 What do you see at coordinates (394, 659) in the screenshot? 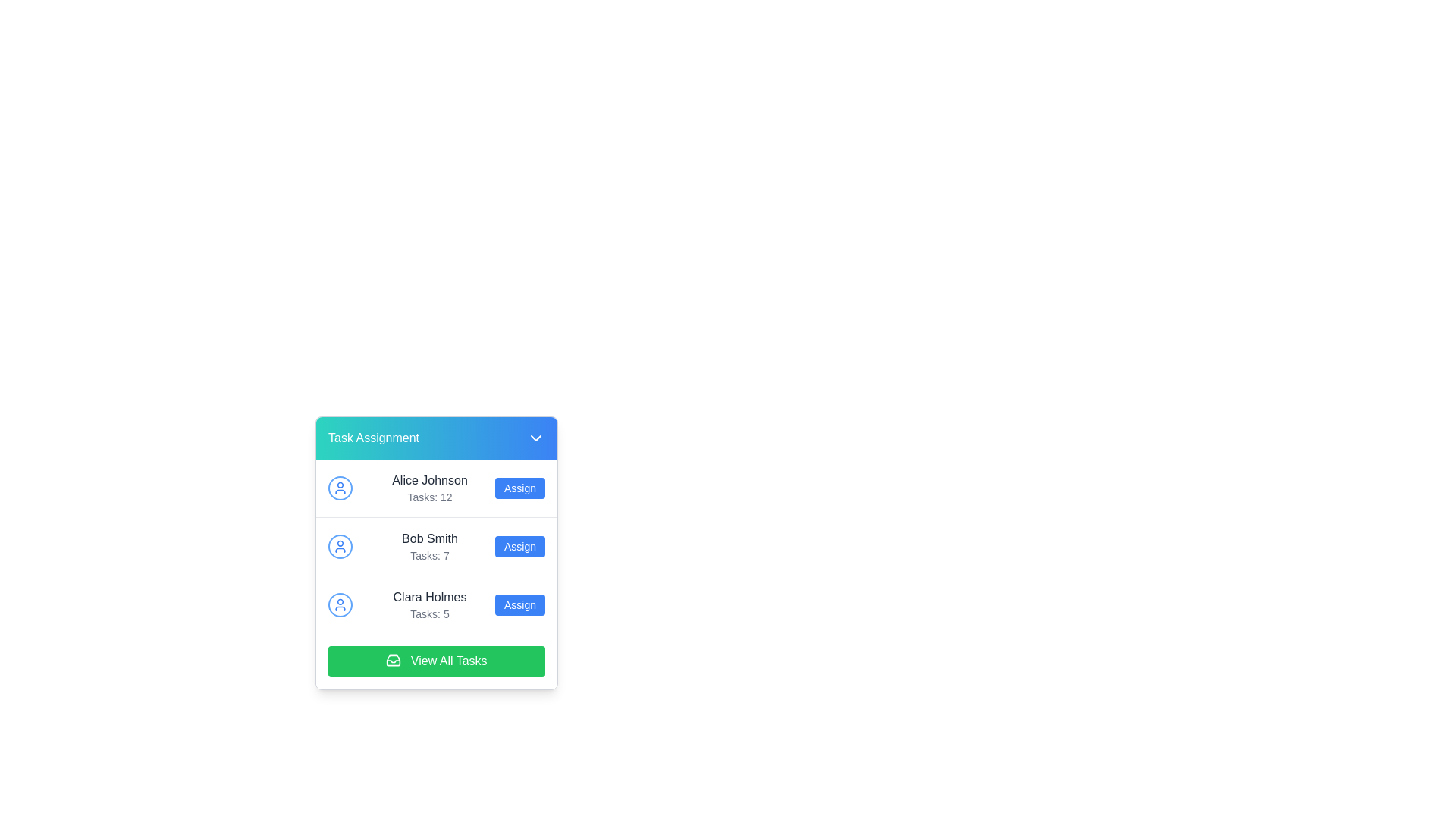
I see `the icon resembling a tray or inbox, which is located to the left of the 'View All Tasks' button at the bottom of the task assignment panel` at bounding box center [394, 659].